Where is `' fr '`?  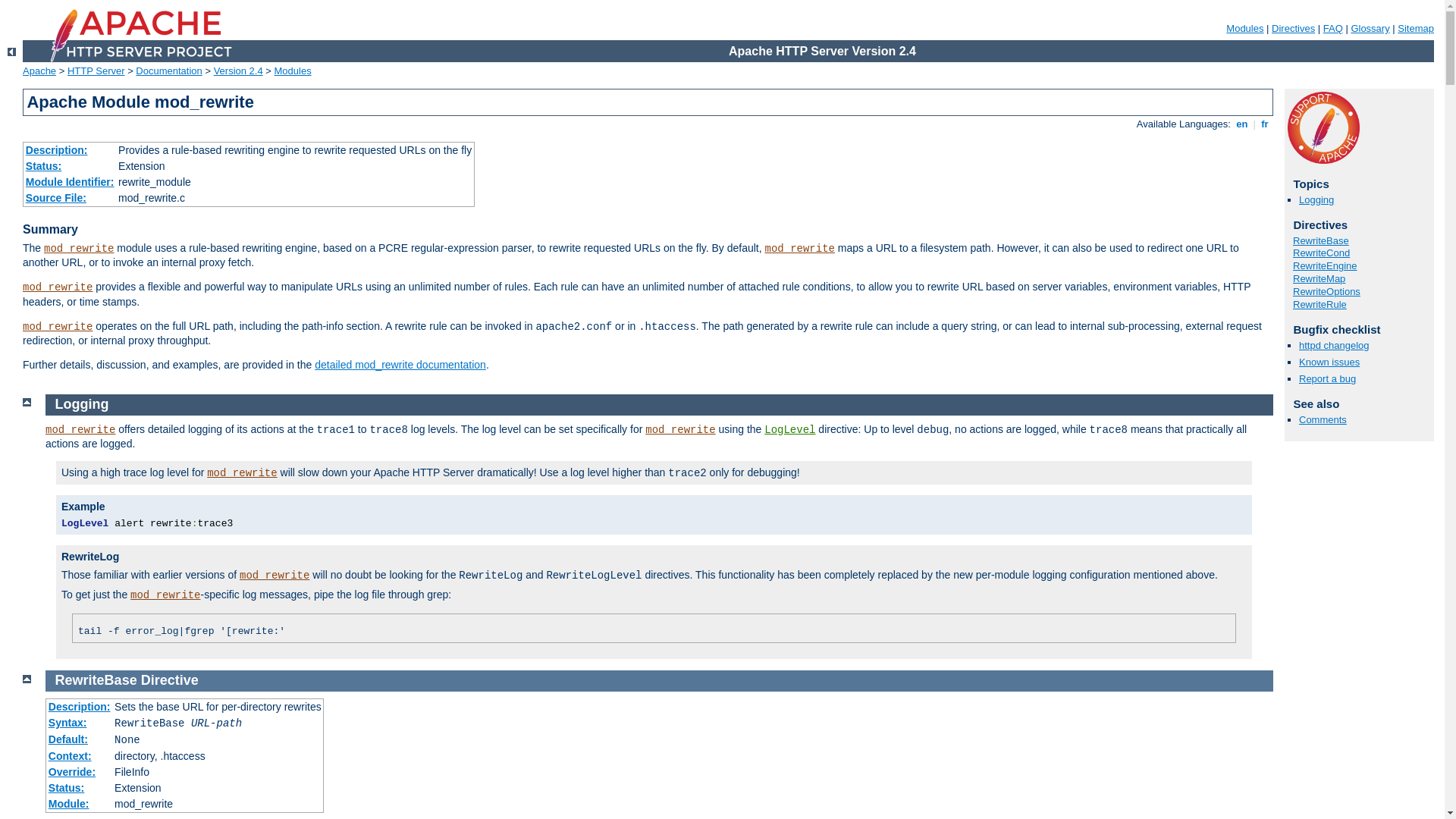
' fr ' is located at coordinates (1265, 123).